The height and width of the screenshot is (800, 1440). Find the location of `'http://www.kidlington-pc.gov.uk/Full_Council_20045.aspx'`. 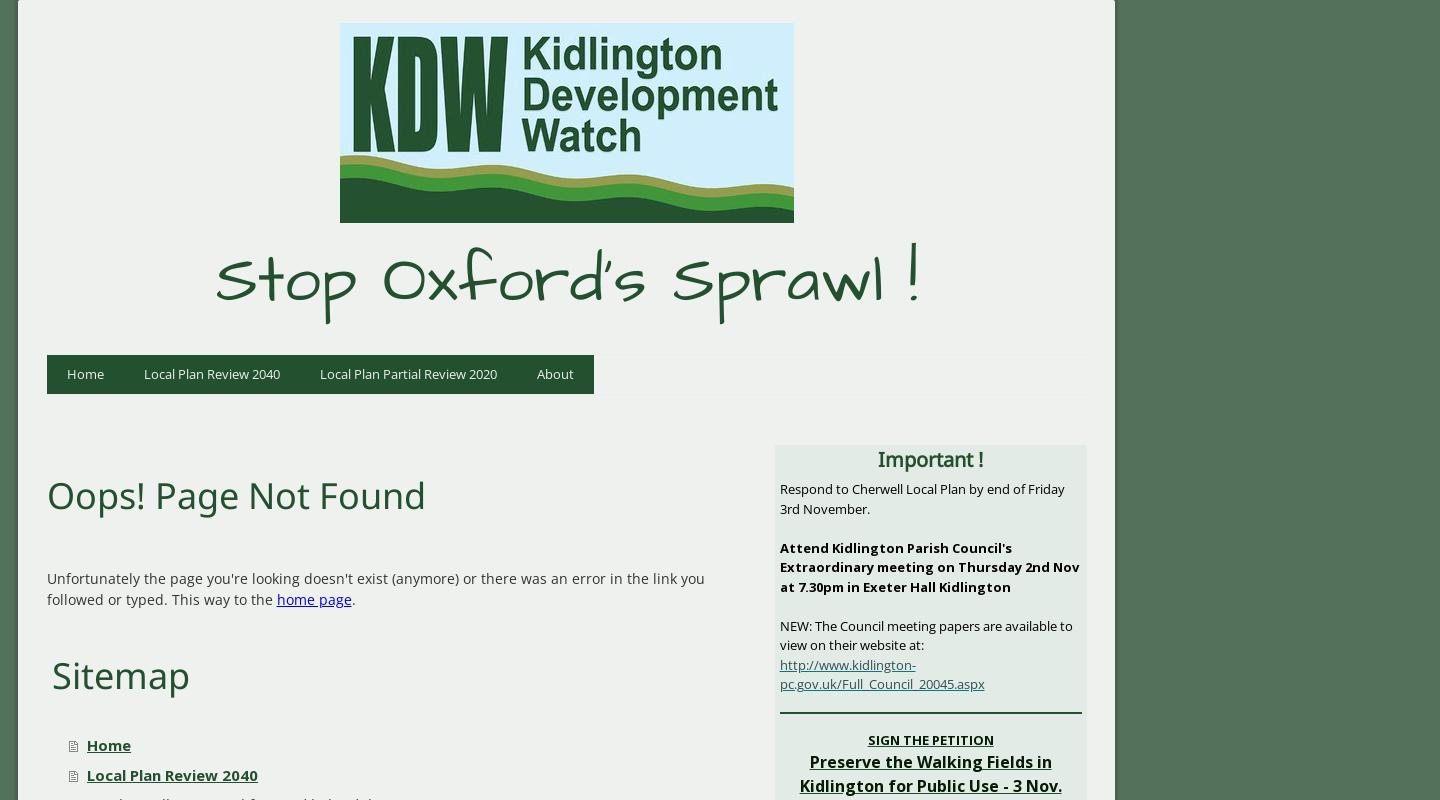

'http://www.kidlington-pc.gov.uk/Full_Council_20045.aspx' is located at coordinates (880, 674).